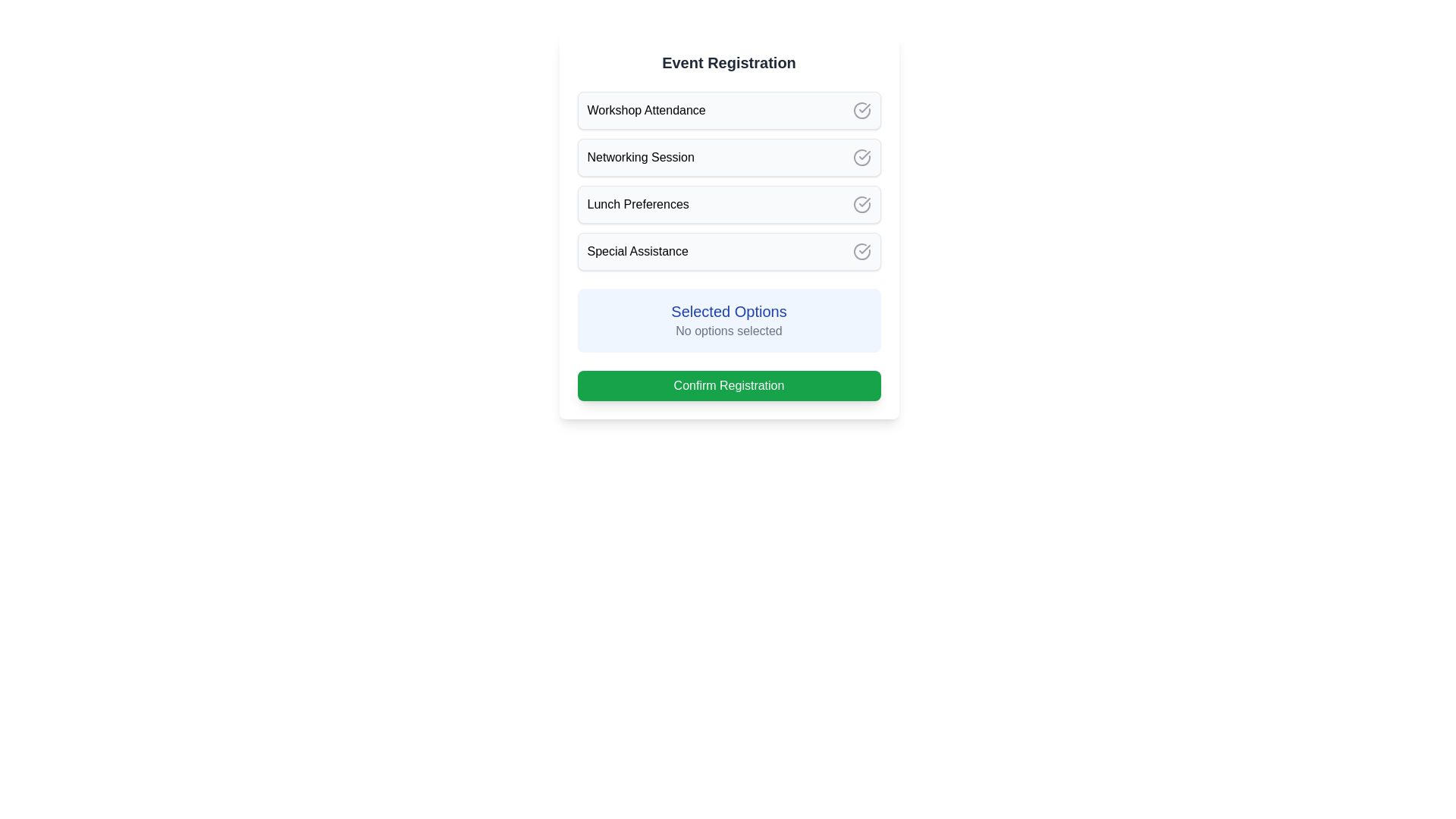 This screenshot has height=819, width=1456. I want to click on the checkmark icon located to the right of the 'Networking Session' label in the second row of options to interact with its associated functionality, so click(861, 158).